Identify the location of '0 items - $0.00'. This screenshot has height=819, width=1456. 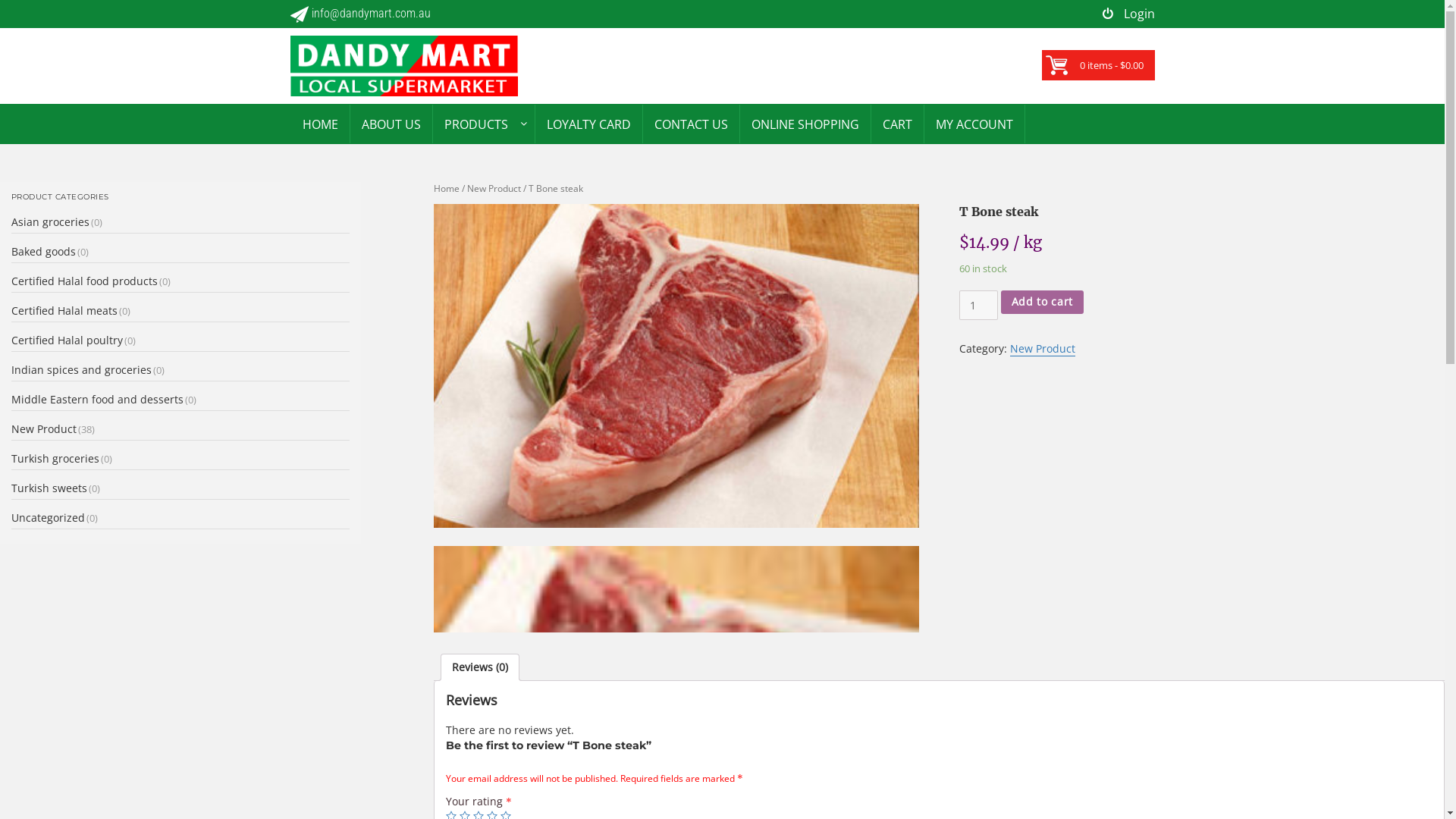
(1079, 64).